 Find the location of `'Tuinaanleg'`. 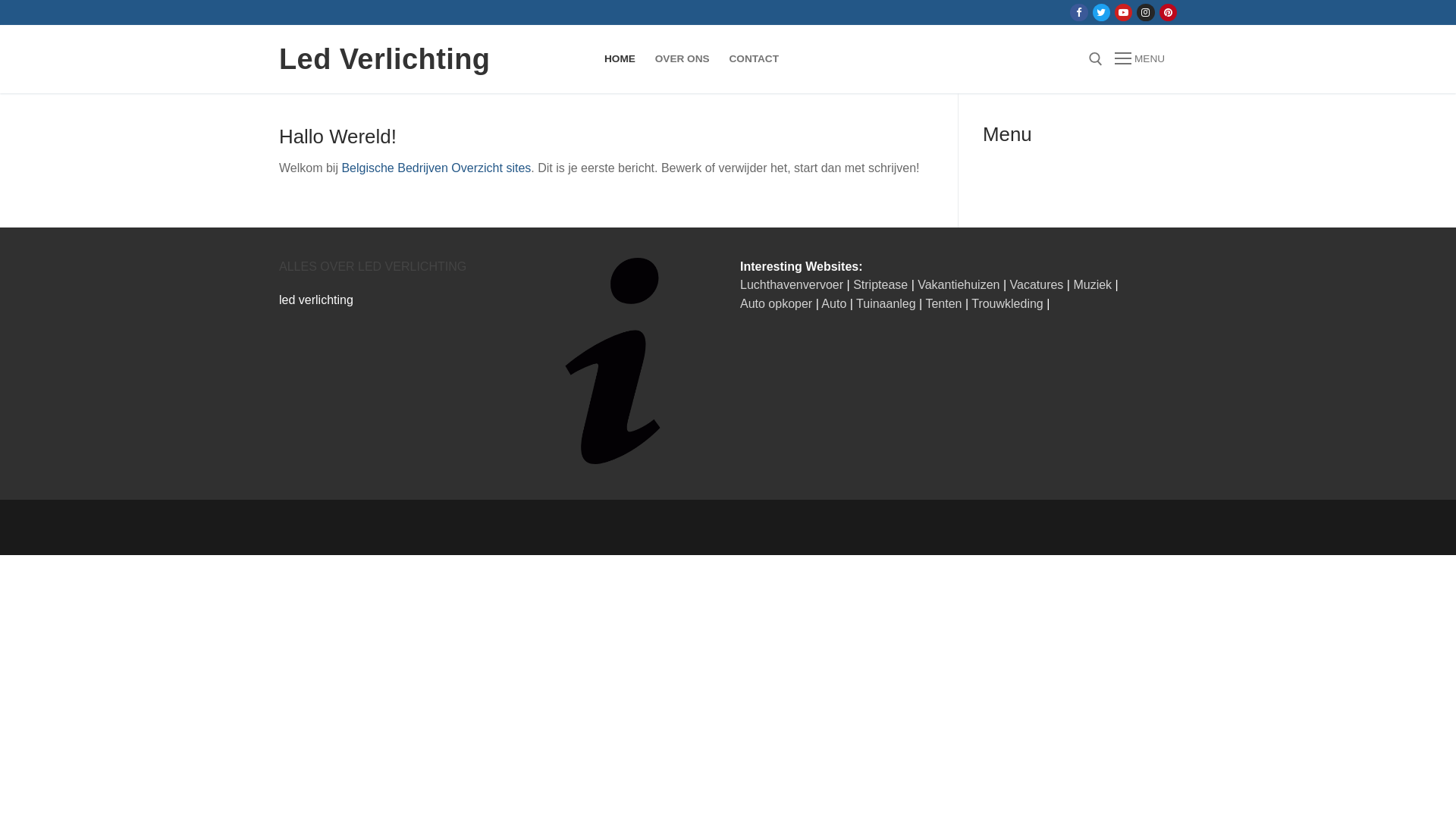

'Tuinaanleg' is located at coordinates (886, 303).